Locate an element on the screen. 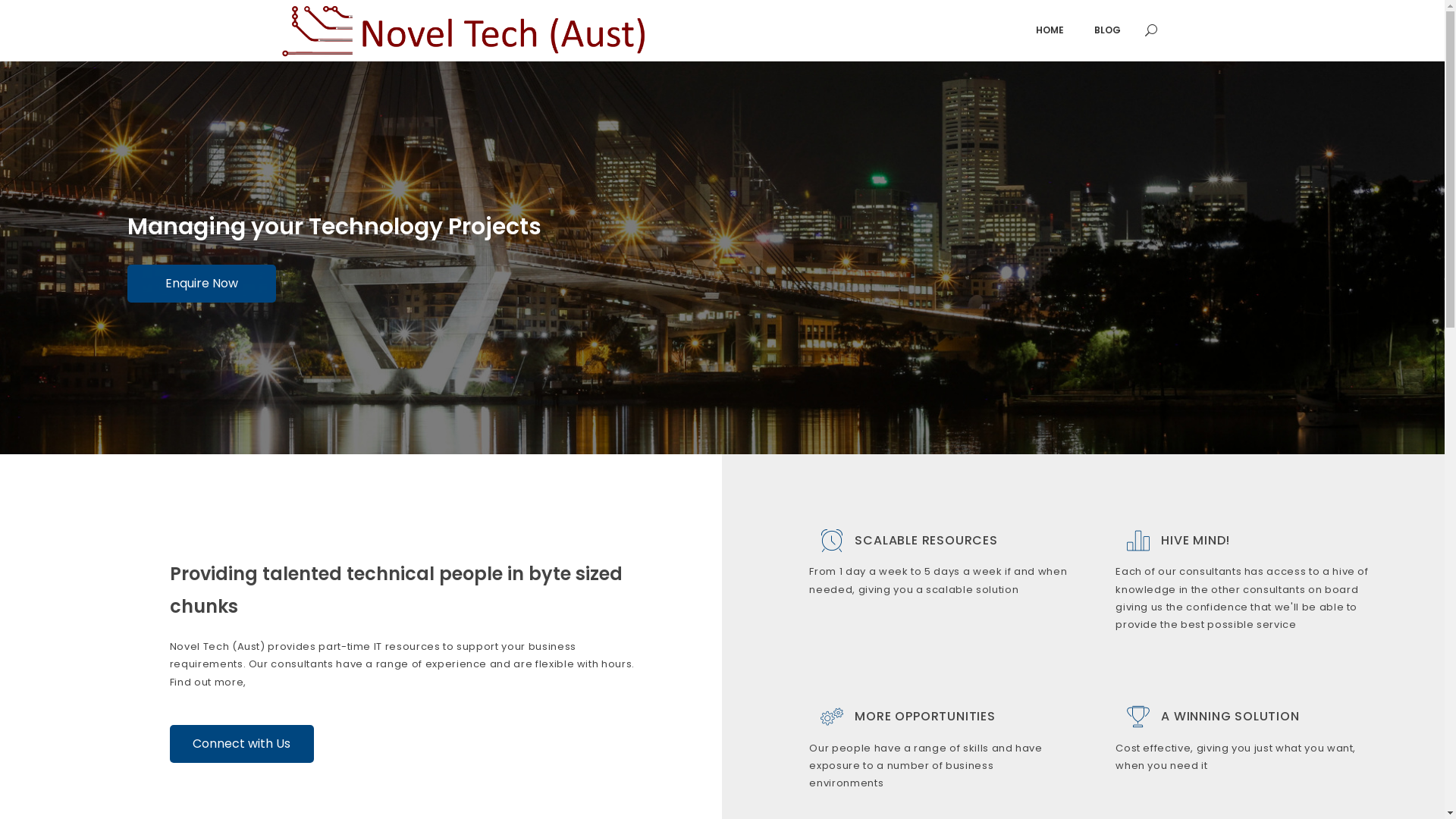 This screenshot has height=819, width=1456. 'Enquire Now' is located at coordinates (127, 283).